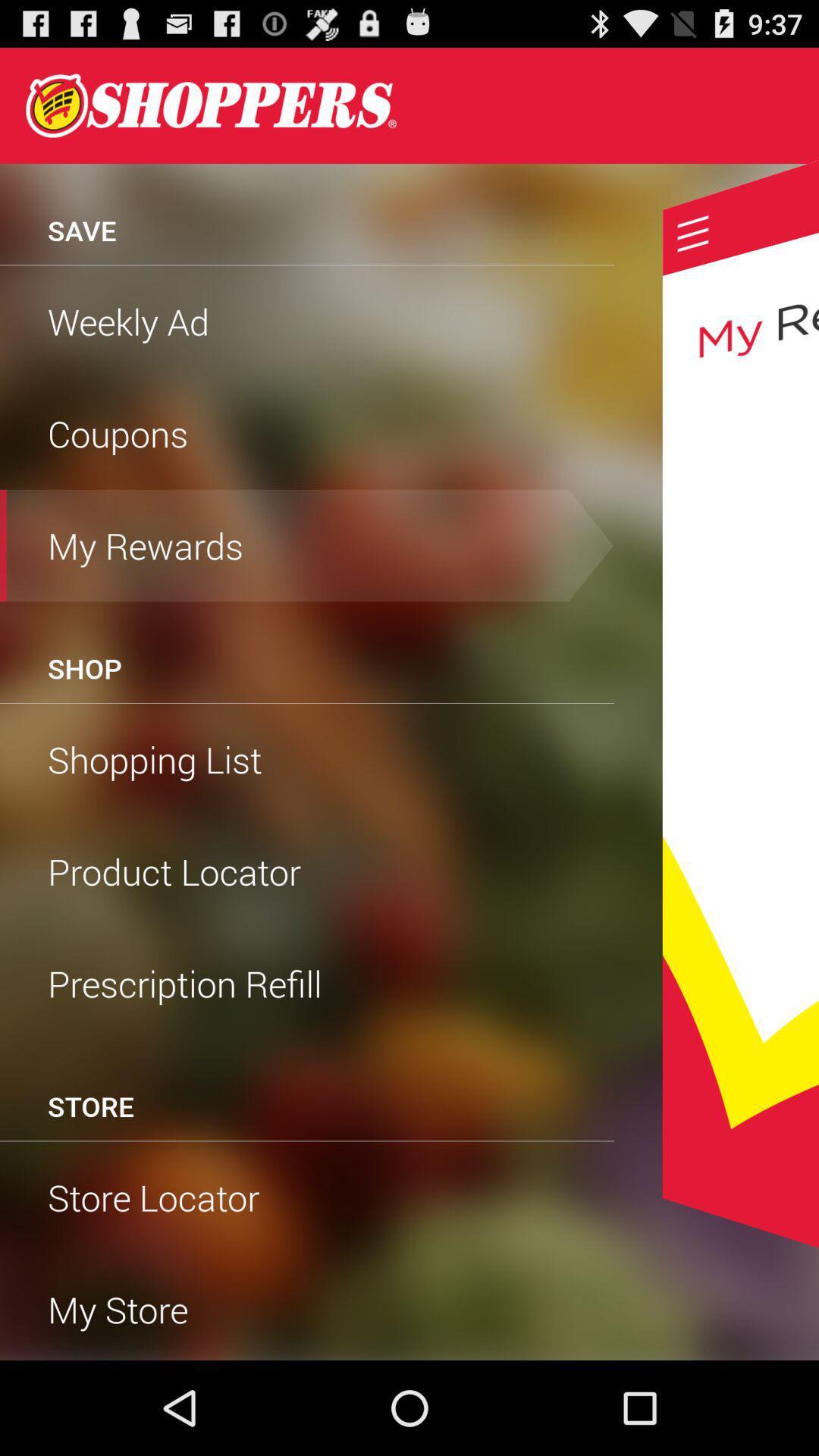 This screenshot has width=819, height=1456. Describe the element at coordinates (693, 232) in the screenshot. I see `settings` at that location.